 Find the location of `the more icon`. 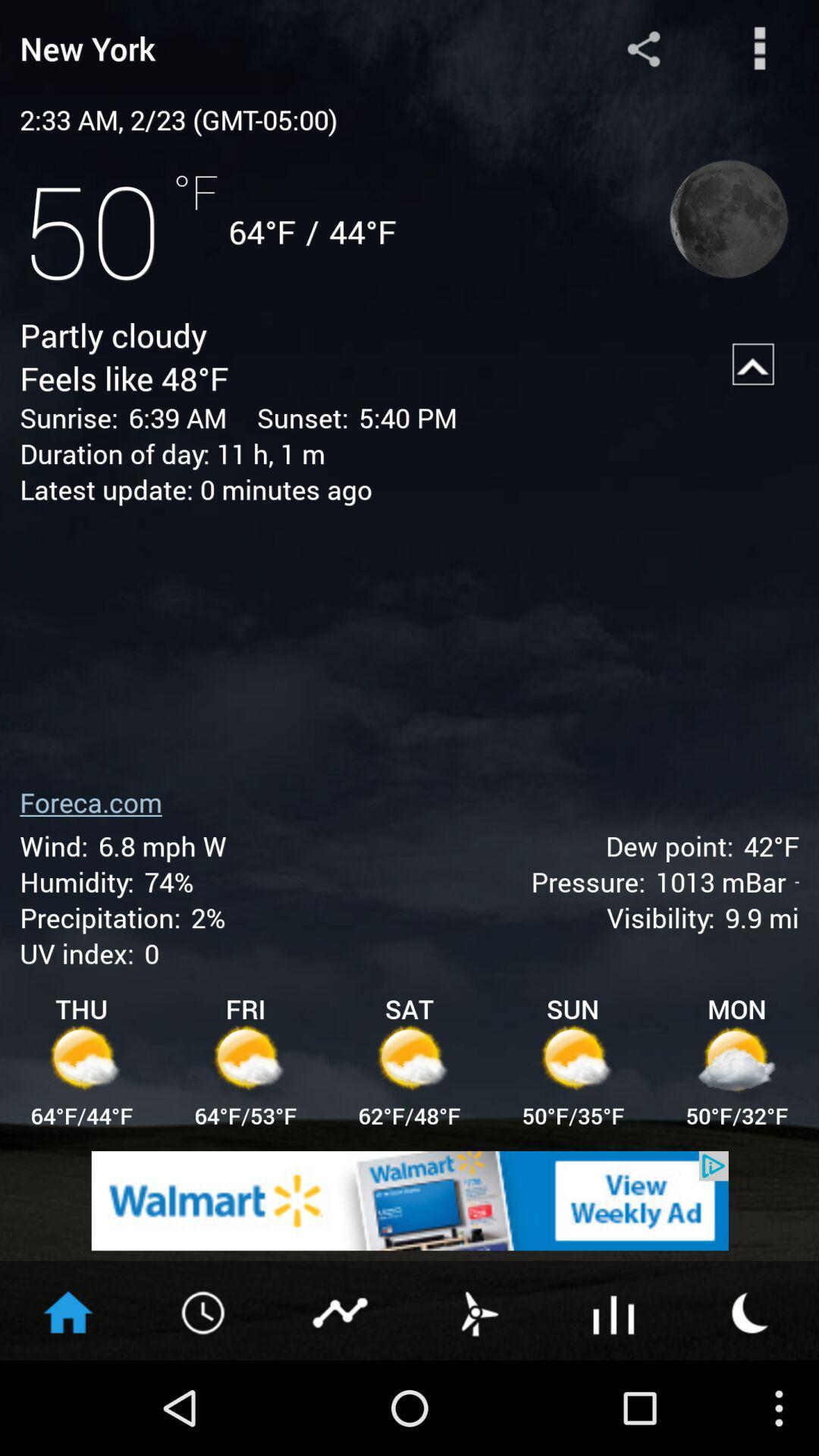

the more icon is located at coordinates (760, 52).